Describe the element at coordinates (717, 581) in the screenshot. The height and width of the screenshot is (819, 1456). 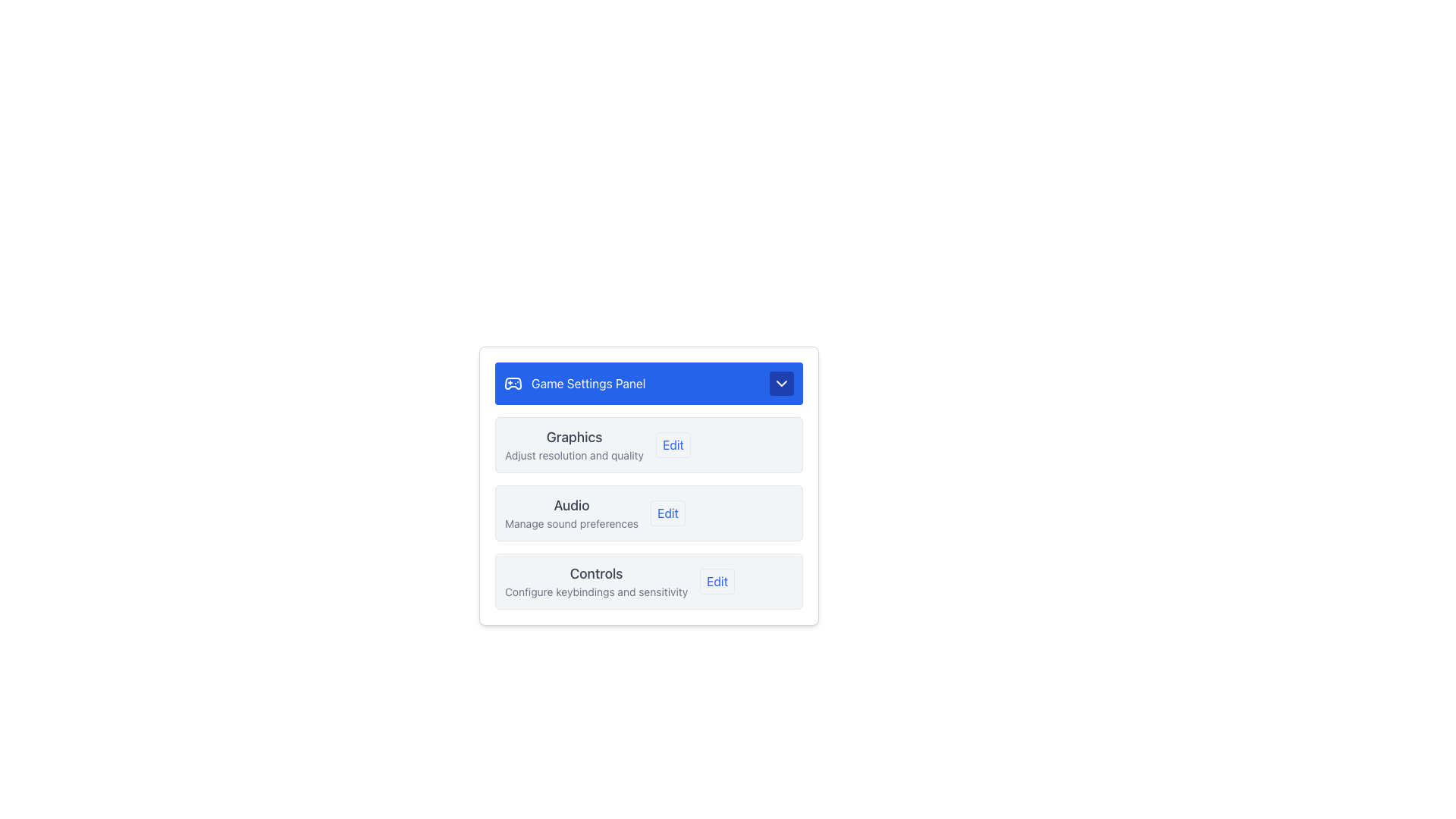
I see `the 'Edit' button with bold blue text located in the Controls section of the Game Settings Panel to invoke the edit functionality` at that location.